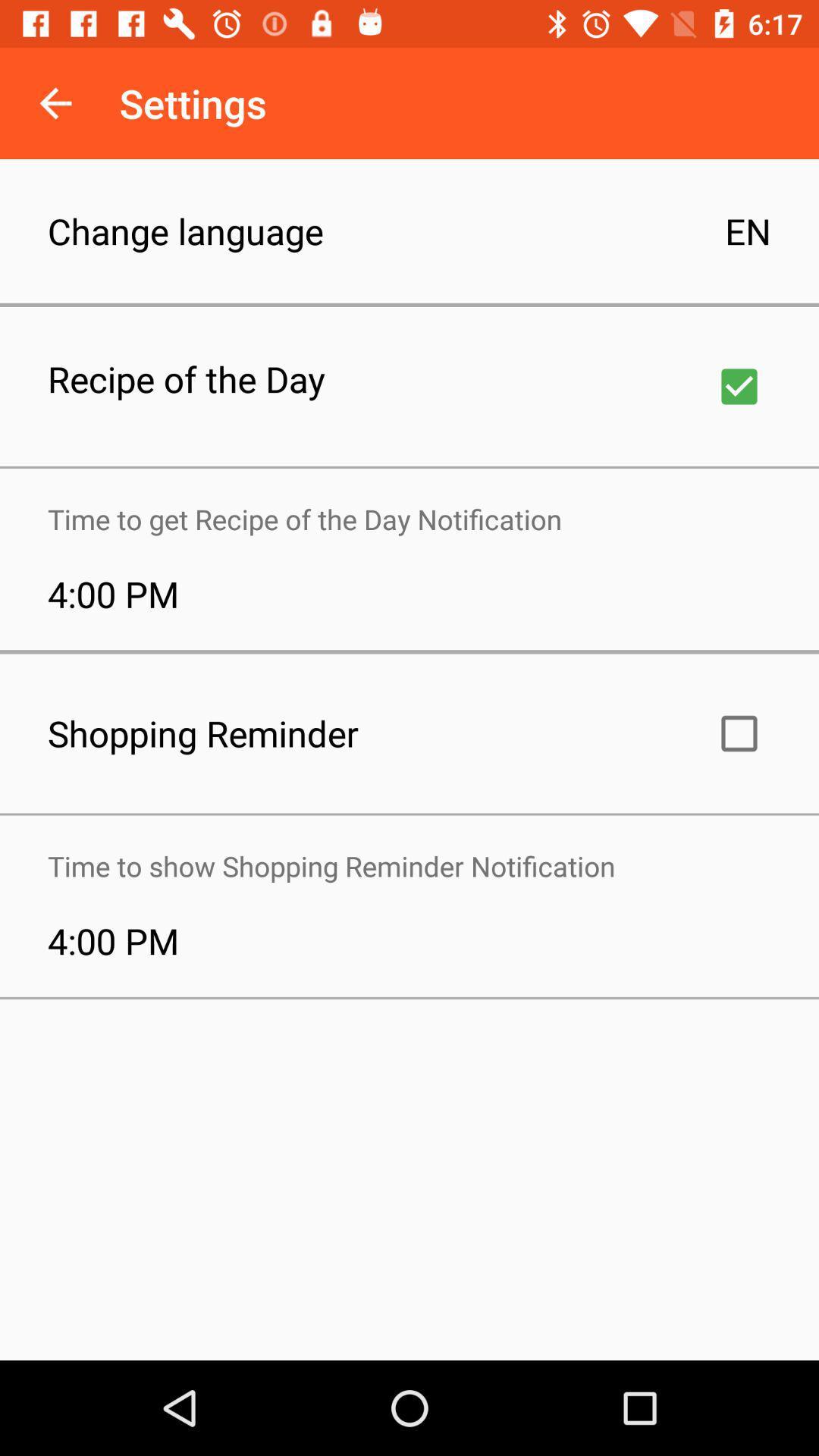 The image size is (819, 1456). I want to click on app to the left of settings app, so click(55, 102).